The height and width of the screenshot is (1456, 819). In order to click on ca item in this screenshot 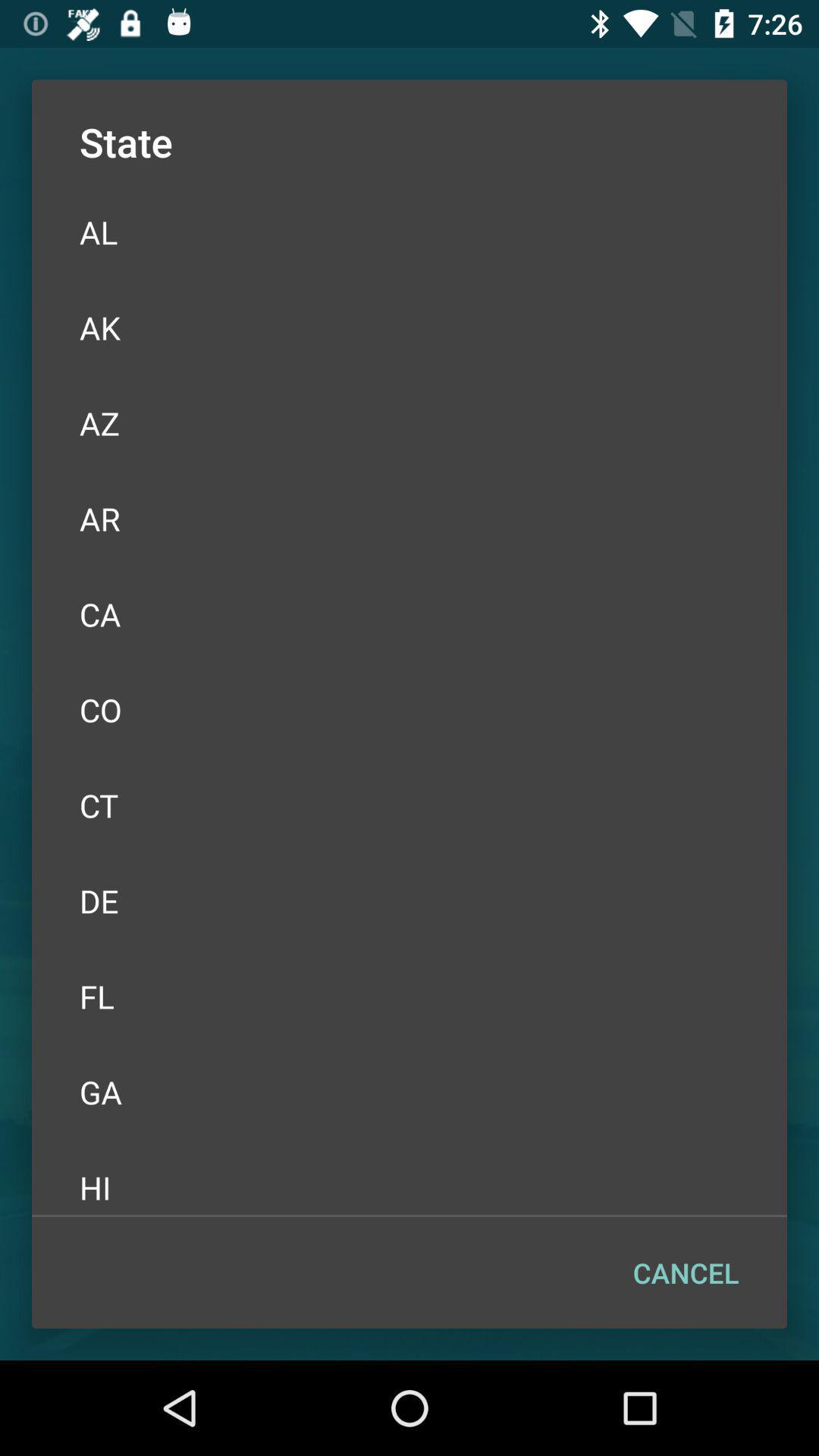, I will do `click(409, 614)`.